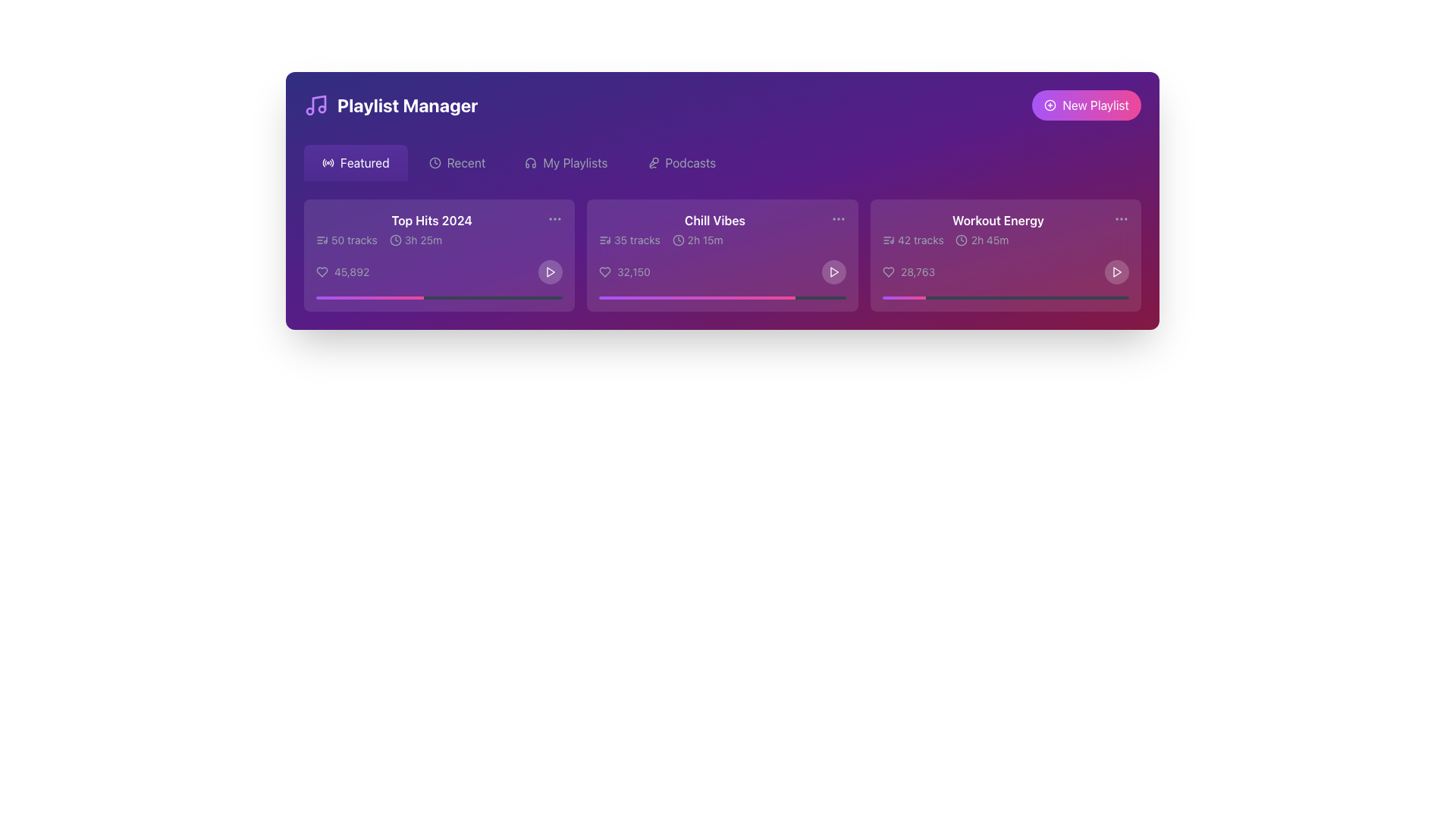 The image size is (1456, 819). I want to click on displayed text '35 tracks' from the static text label with an icon located in the 'Chill Vibes' section of the second card, so click(629, 239).